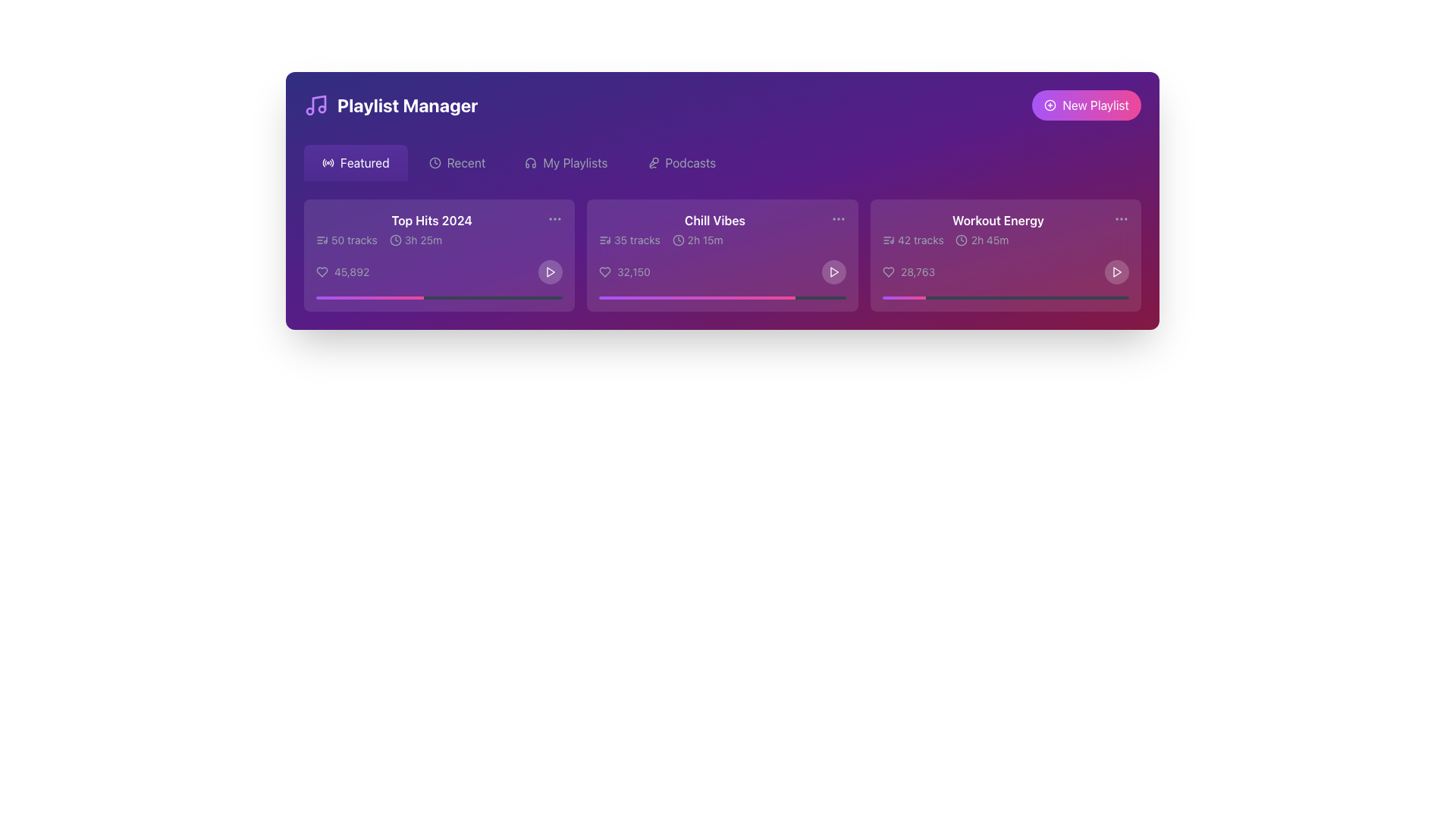 The image size is (1456, 819). I want to click on displayed text '35 tracks' from the static text label with an icon located in the 'Chill Vibes' section of the second card, so click(629, 239).